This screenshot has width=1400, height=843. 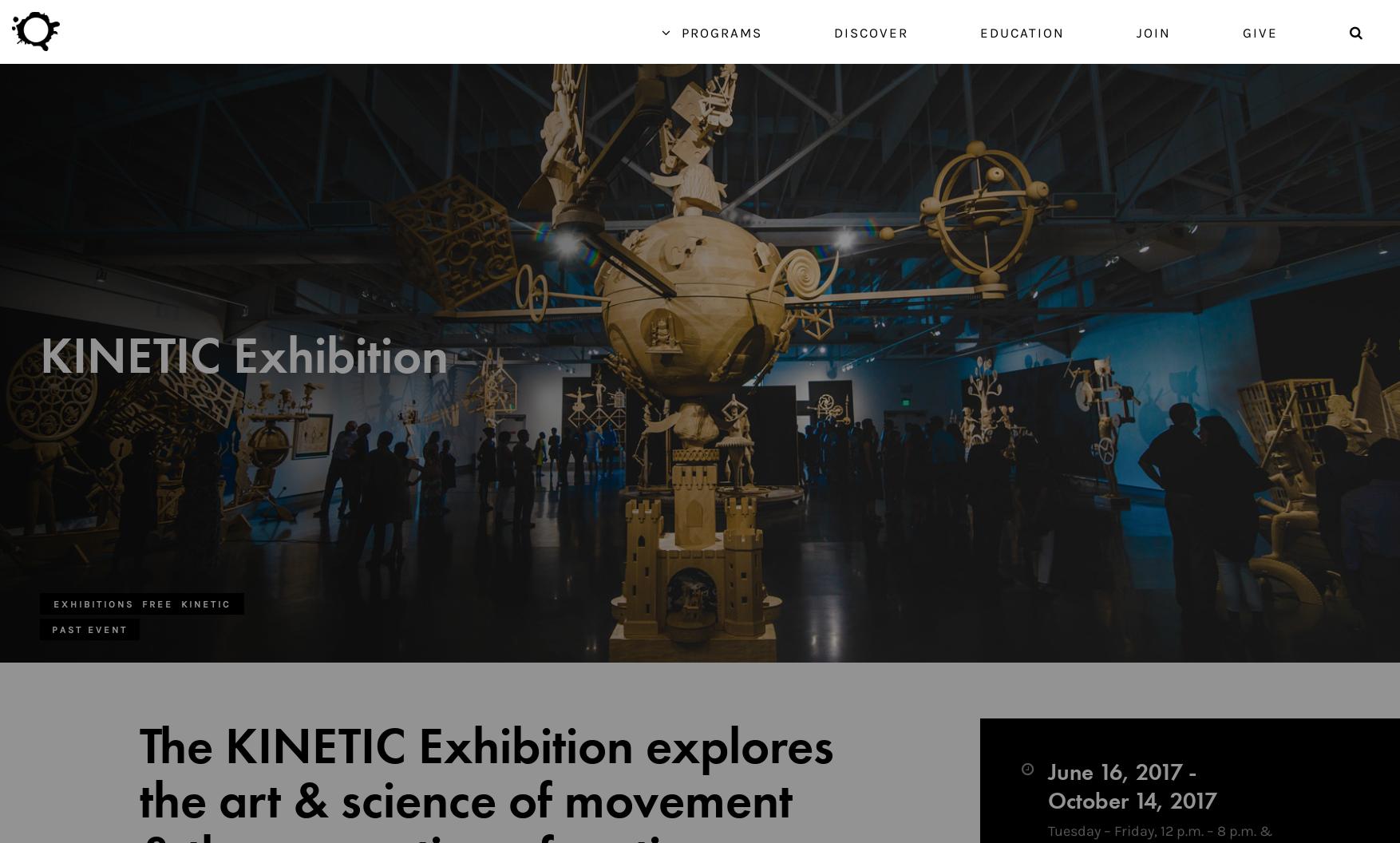 I want to click on 'Browse all programs for performance pieces showcasing live creativity in action.', so click(x=1040, y=751).